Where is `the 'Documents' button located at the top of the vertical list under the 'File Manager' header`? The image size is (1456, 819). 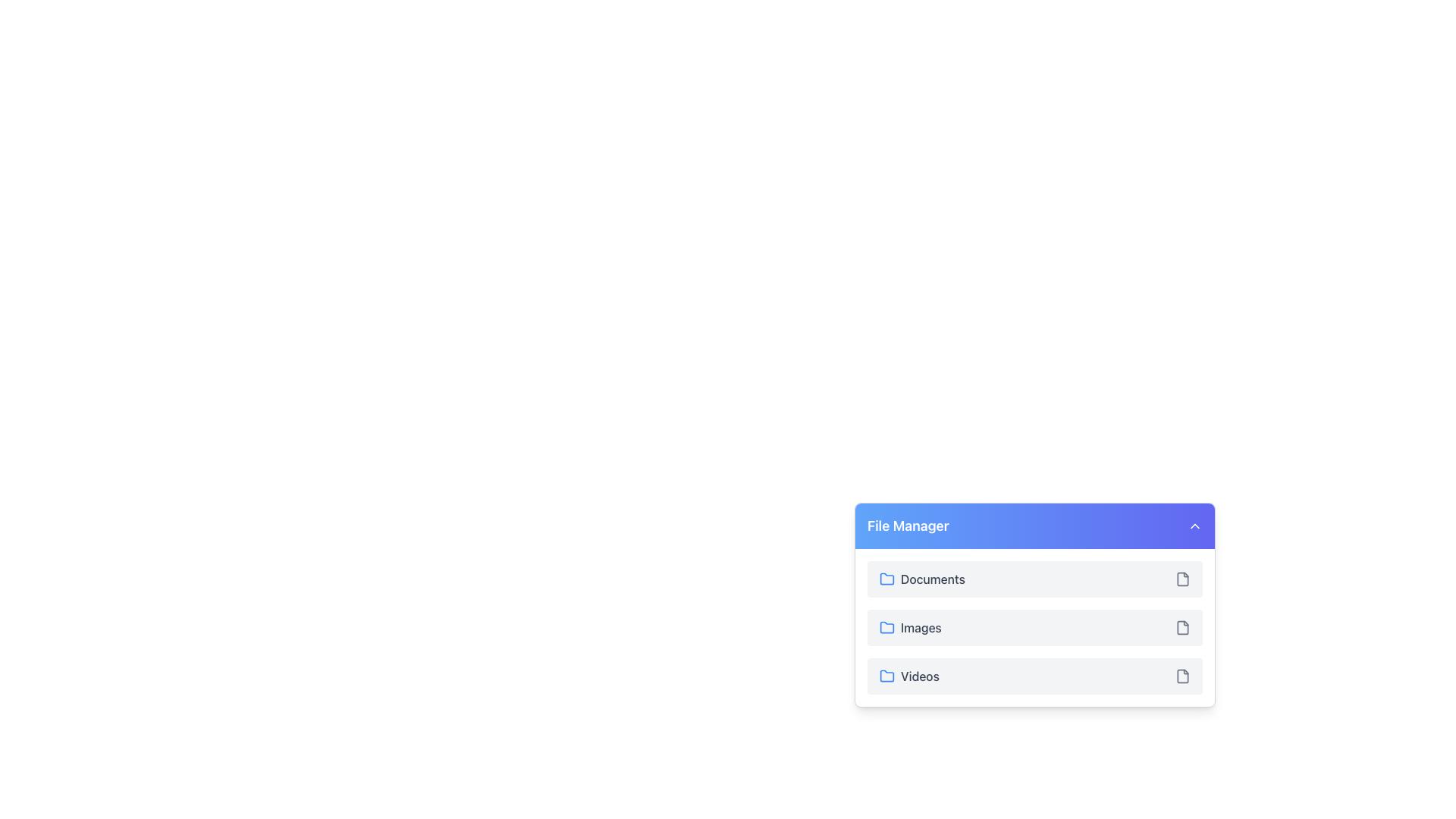 the 'Documents' button located at the top of the vertical list under the 'File Manager' header is located at coordinates (921, 579).